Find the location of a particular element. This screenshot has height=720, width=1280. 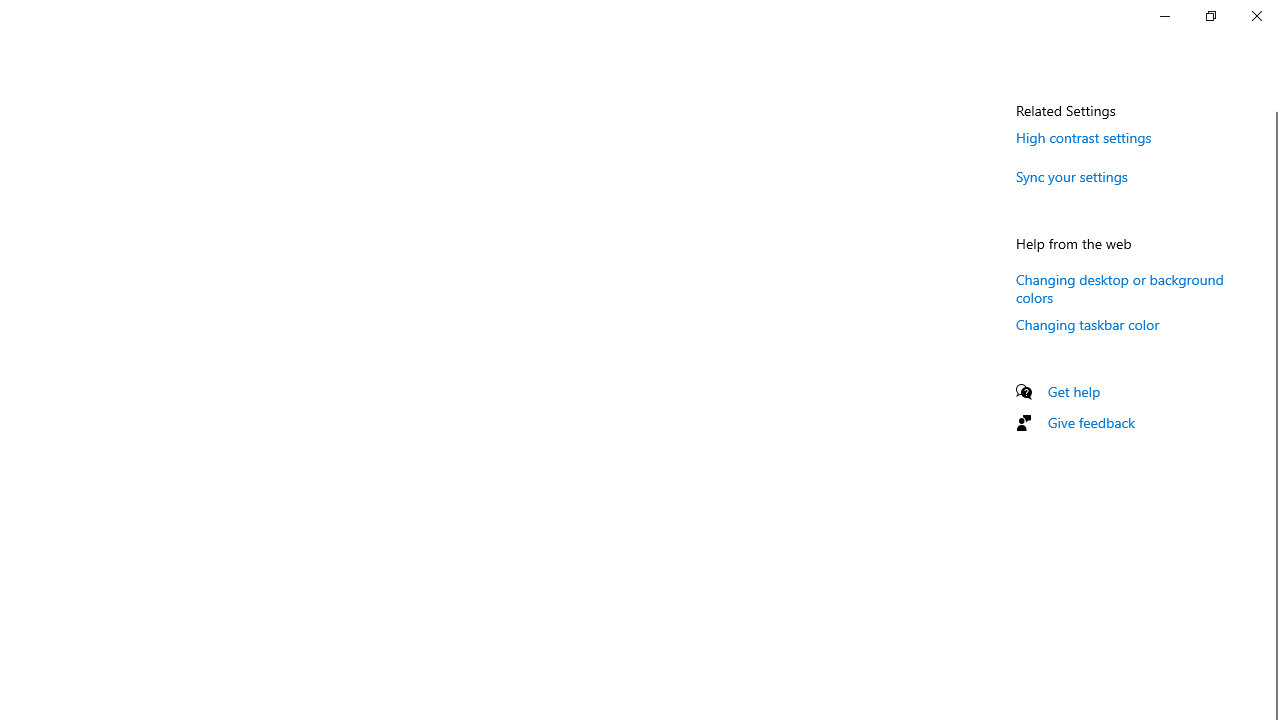

'Changing desktop or background colors' is located at coordinates (1120, 288).